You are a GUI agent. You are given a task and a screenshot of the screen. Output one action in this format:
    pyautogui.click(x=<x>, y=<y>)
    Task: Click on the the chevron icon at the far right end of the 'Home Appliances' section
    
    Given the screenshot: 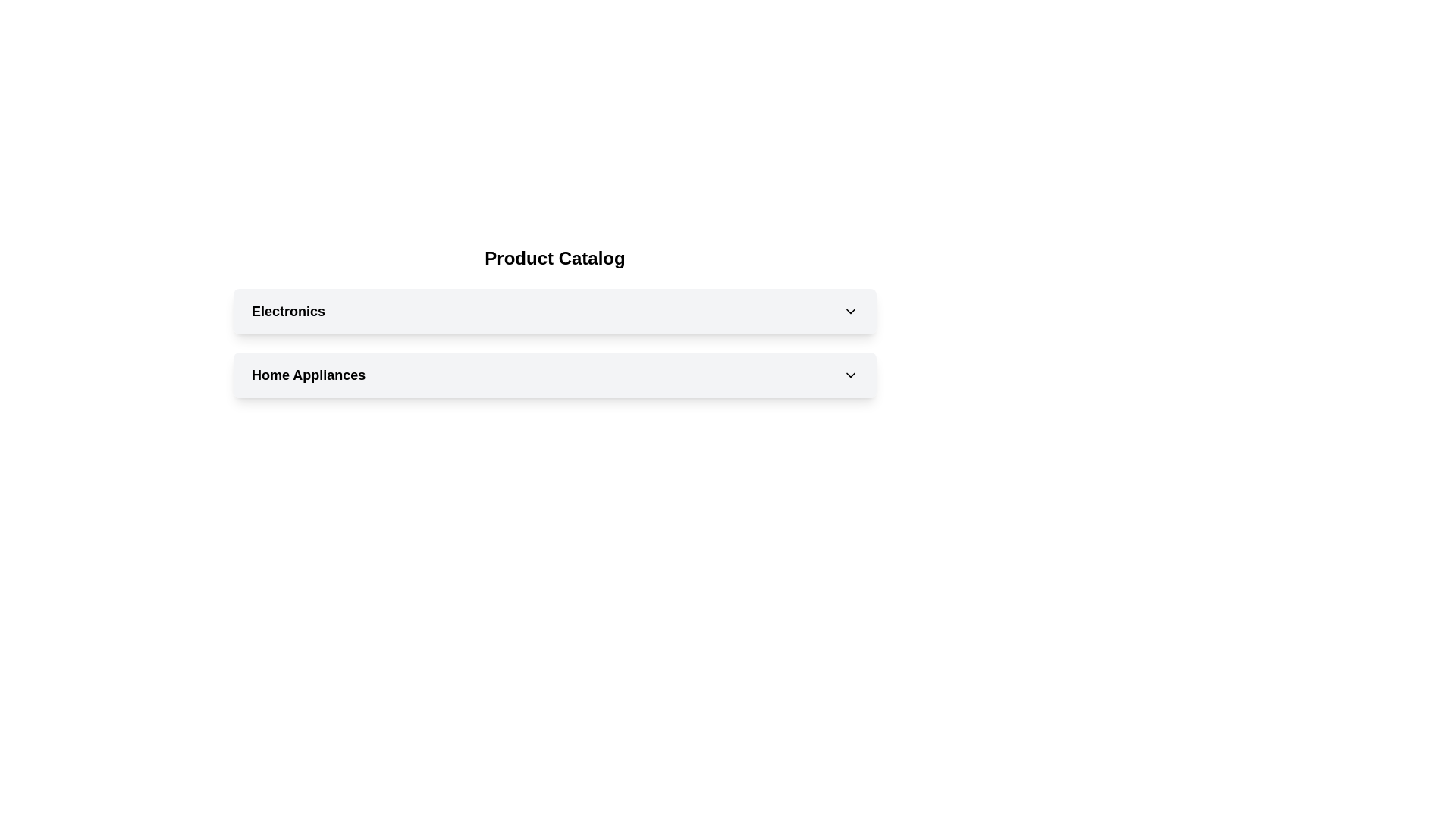 What is the action you would take?
    pyautogui.click(x=851, y=375)
    